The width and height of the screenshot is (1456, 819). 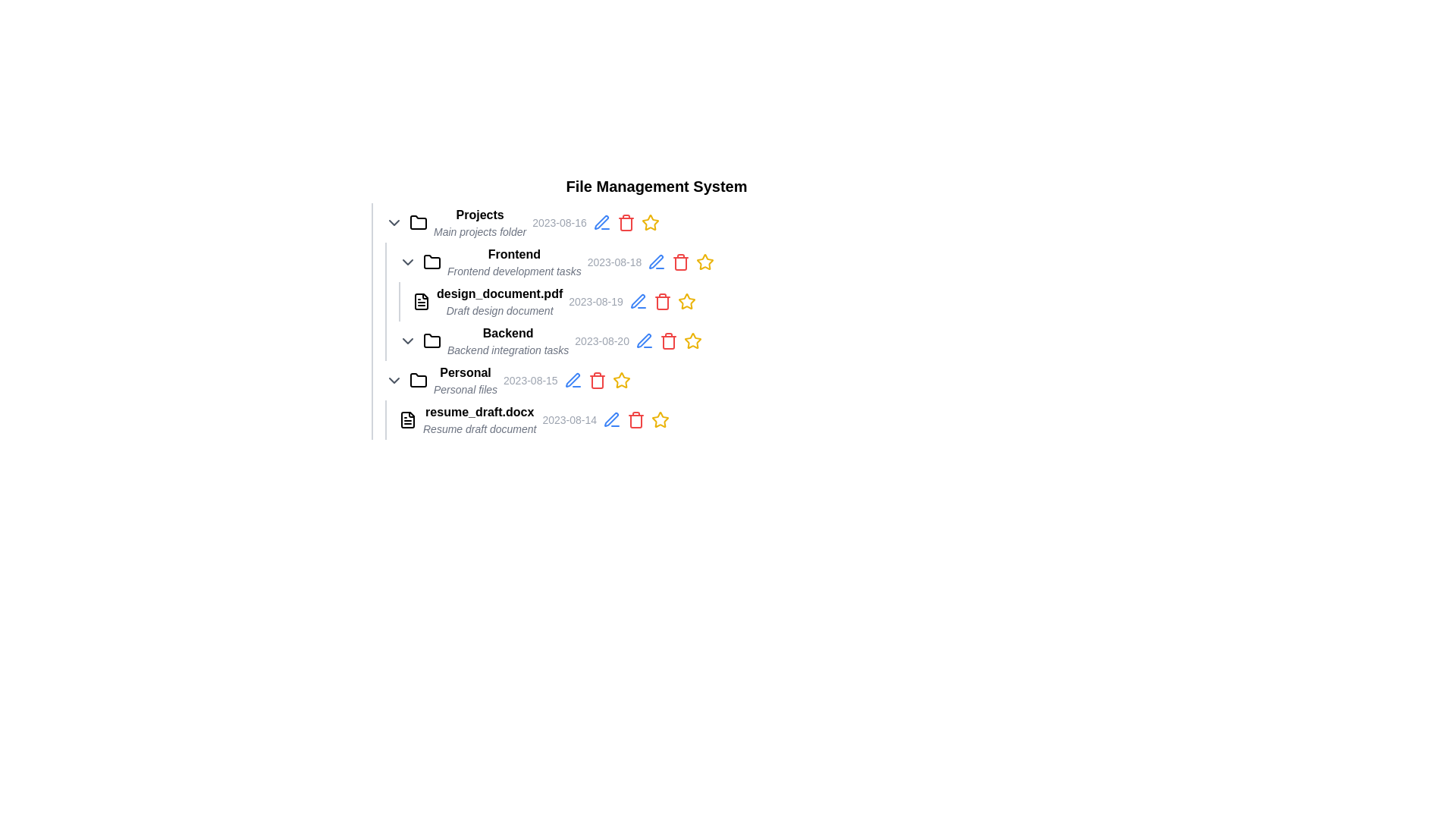 What do you see at coordinates (650, 222) in the screenshot?
I see `the yellow outlined five-pointed star icon to mark the 'Projects' folder as favorite` at bounding box center [650, 222].